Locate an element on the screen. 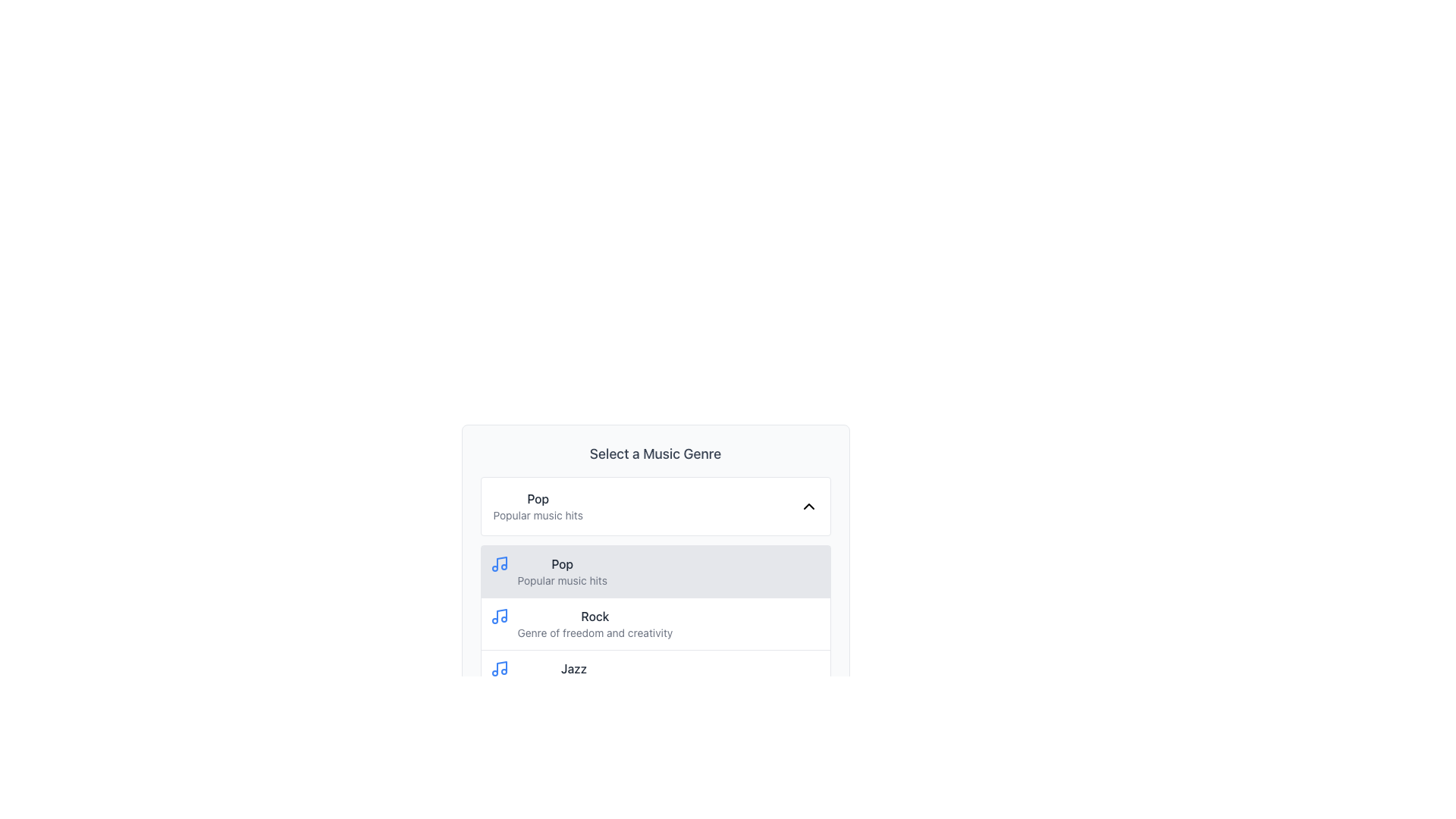 This screenshot has width=1456, height=819. the first graphical icon in the music genre dropdown menu, which resembles a music note and is located to the left of the text label 'Pop' is located at coordinates (501, 563).